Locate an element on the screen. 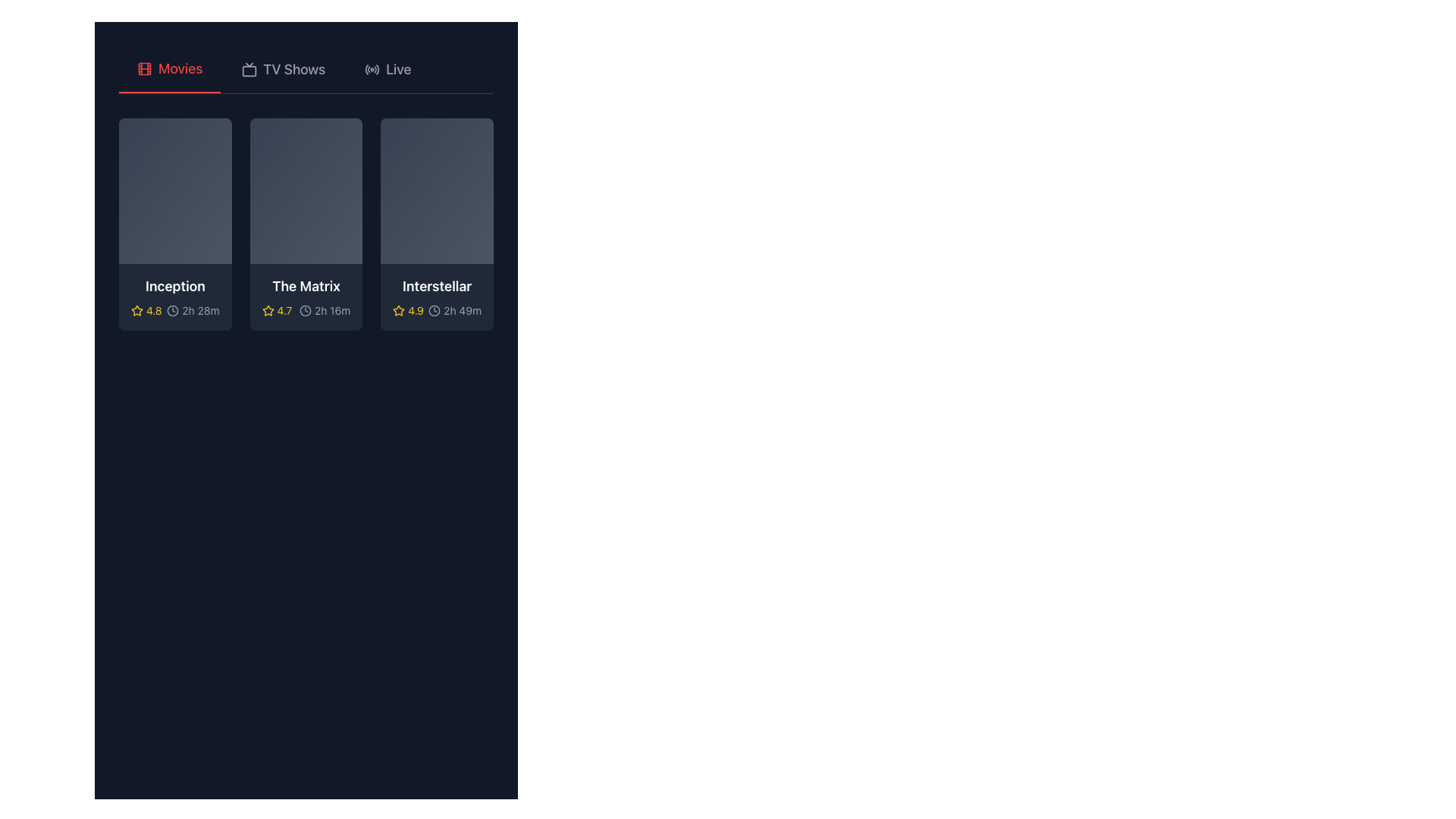  the SVG circle graphic that resembles a clock or timer representation located in the metadata or status section below the movie tiles is located at coordinates (434, 309).